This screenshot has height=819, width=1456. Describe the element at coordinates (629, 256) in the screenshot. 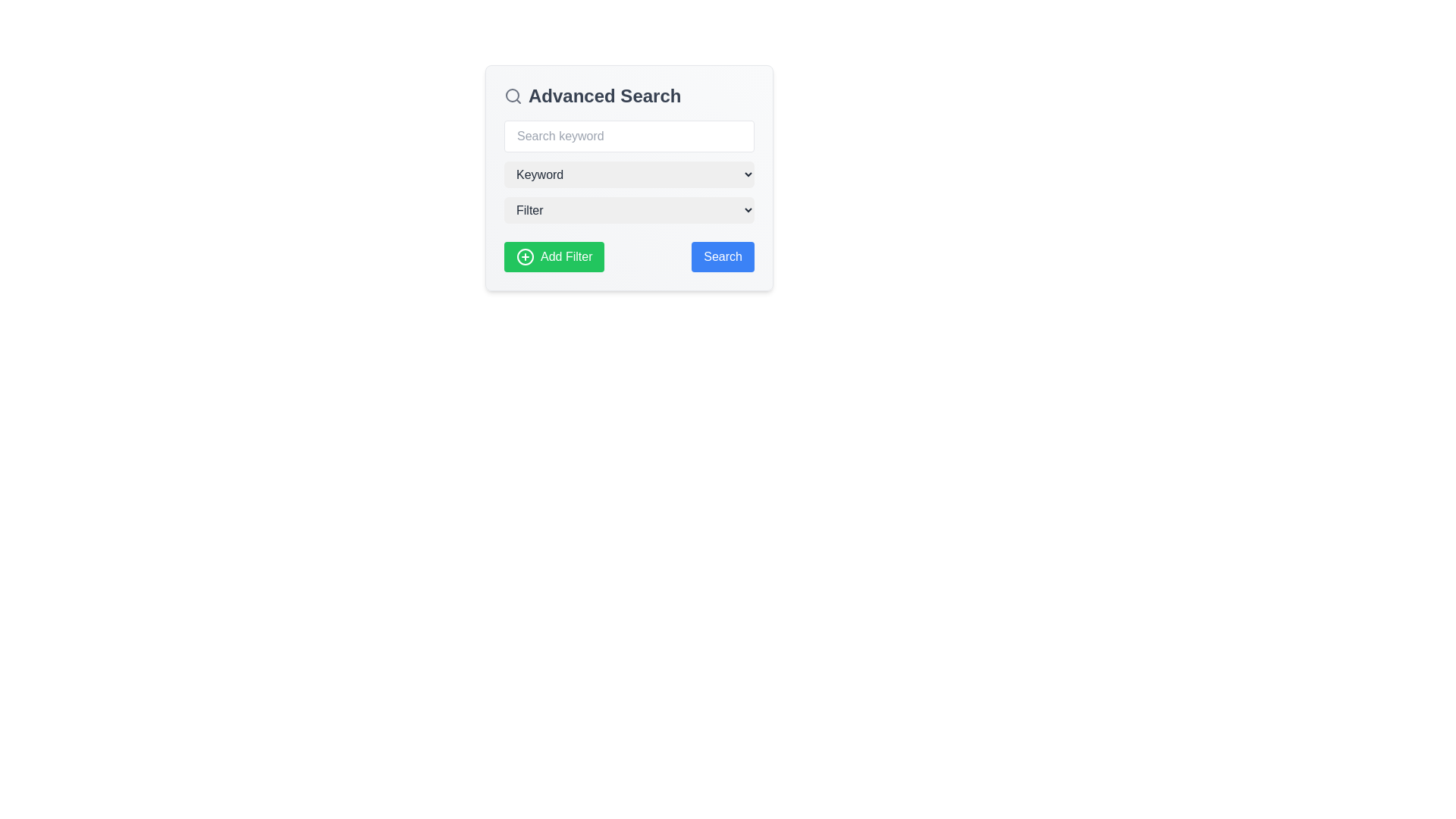

I see `the inactive spacer area located between the 'Add Filter' button and the 'Search' button in the Advanced Search section` at that location.